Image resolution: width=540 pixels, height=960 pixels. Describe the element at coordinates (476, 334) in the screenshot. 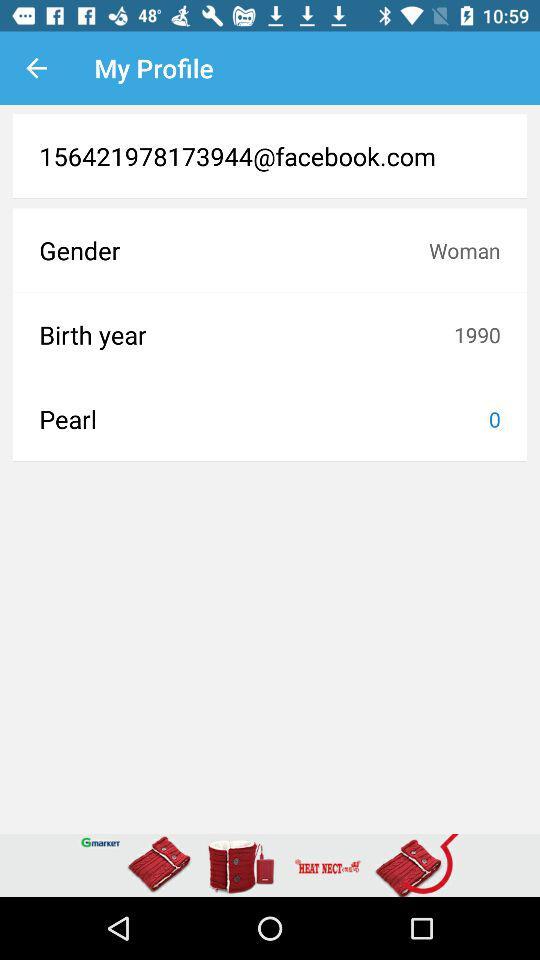

I see `the icon below woman icon` at that location.